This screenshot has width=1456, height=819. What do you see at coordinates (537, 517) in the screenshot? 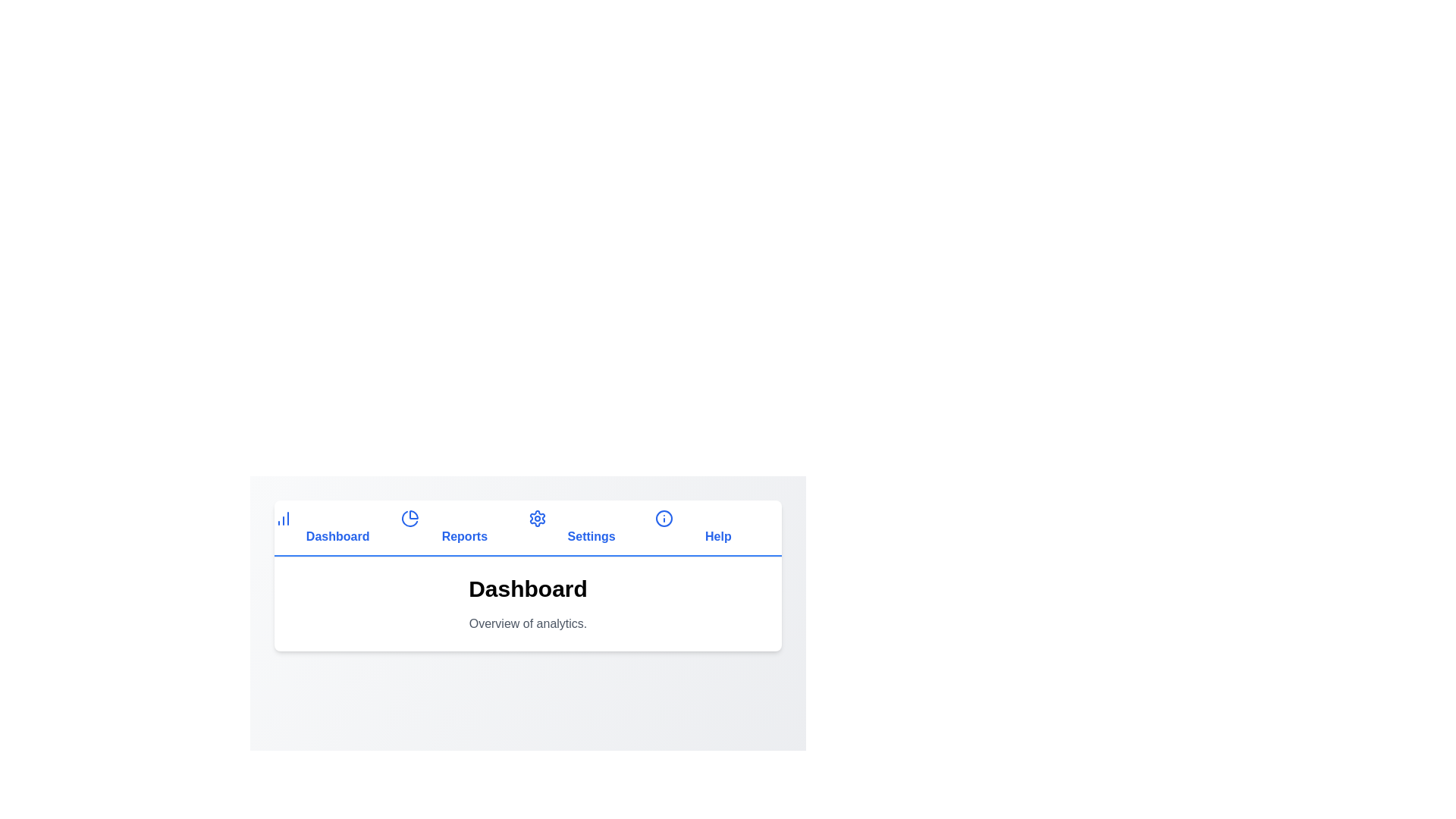
I see `the blue cogwheel icon in the settings tab of the navigation bar` at bounding box center [537, 517].